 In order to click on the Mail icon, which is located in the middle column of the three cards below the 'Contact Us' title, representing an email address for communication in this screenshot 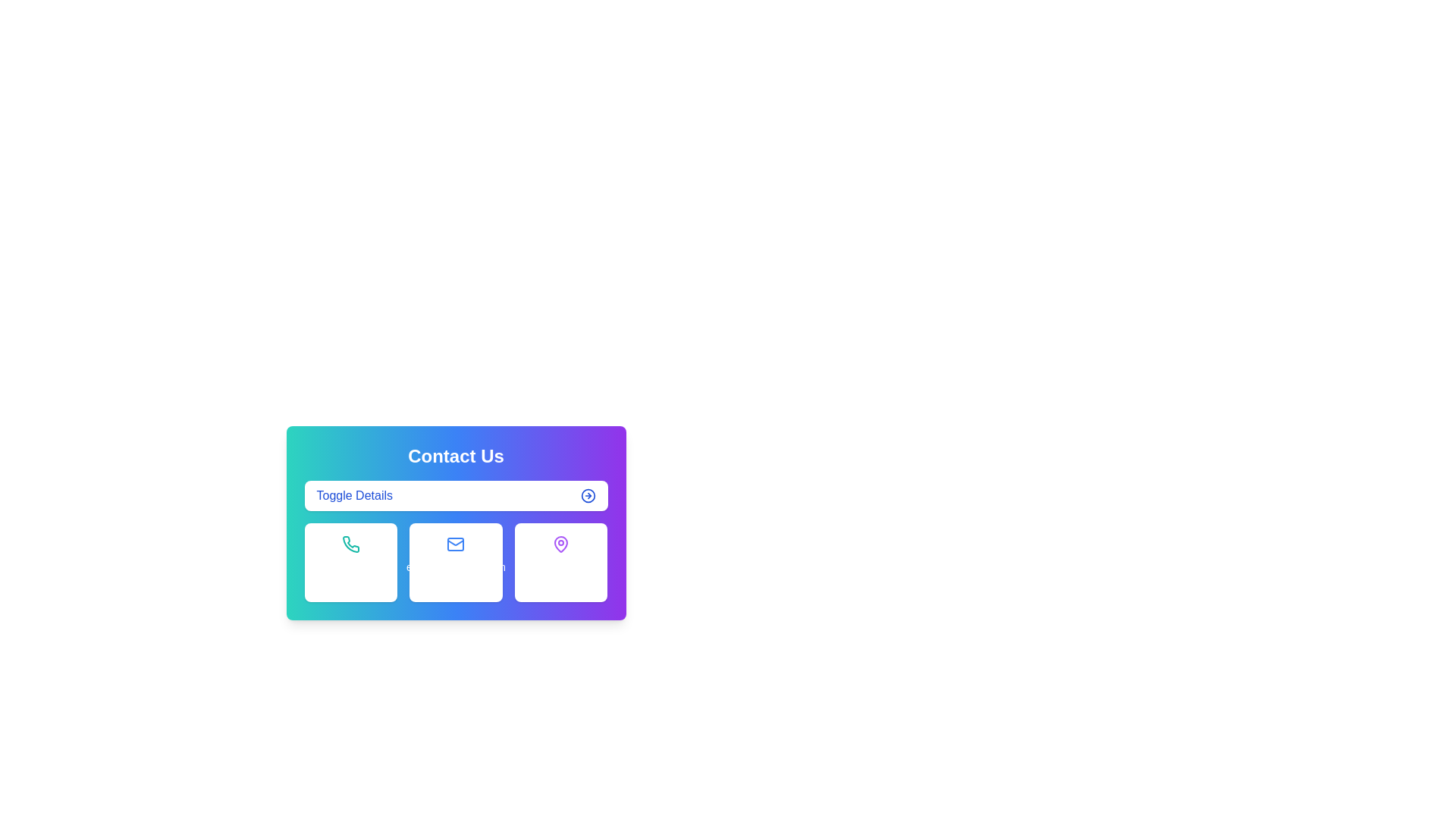, I will do `click(455, 543)`.